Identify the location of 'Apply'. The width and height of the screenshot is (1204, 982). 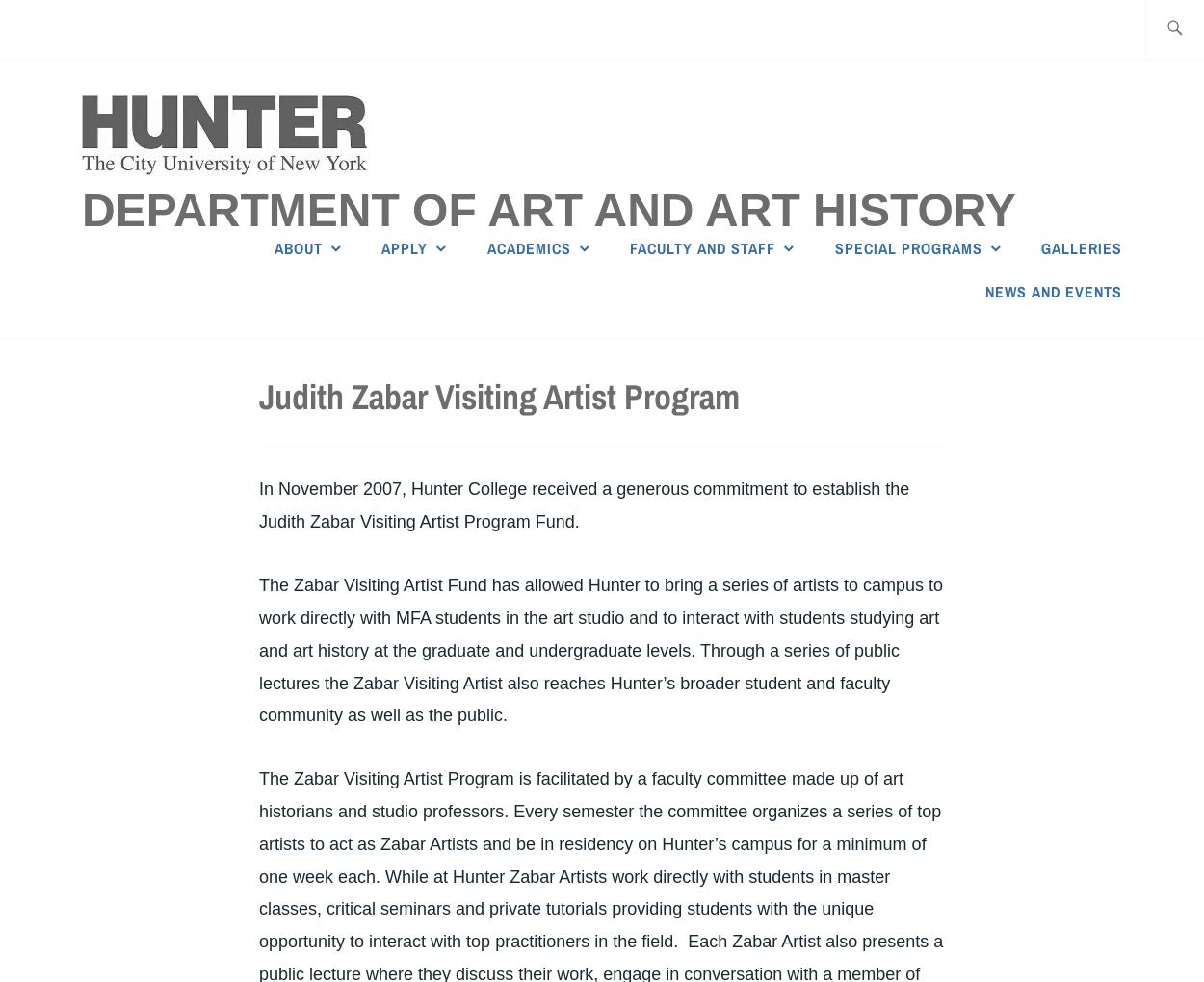
(405, 246).